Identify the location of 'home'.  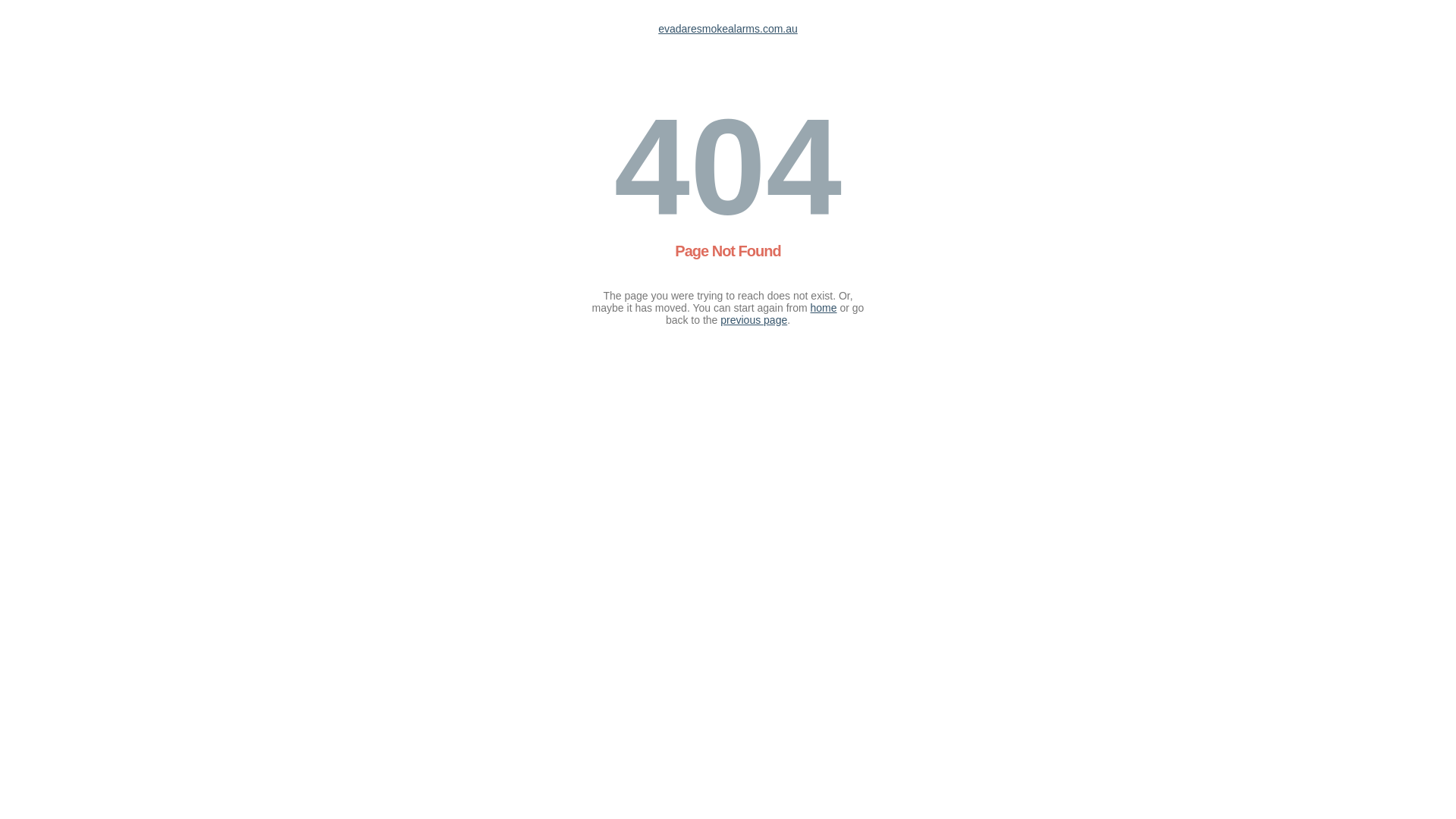
(823, 307).